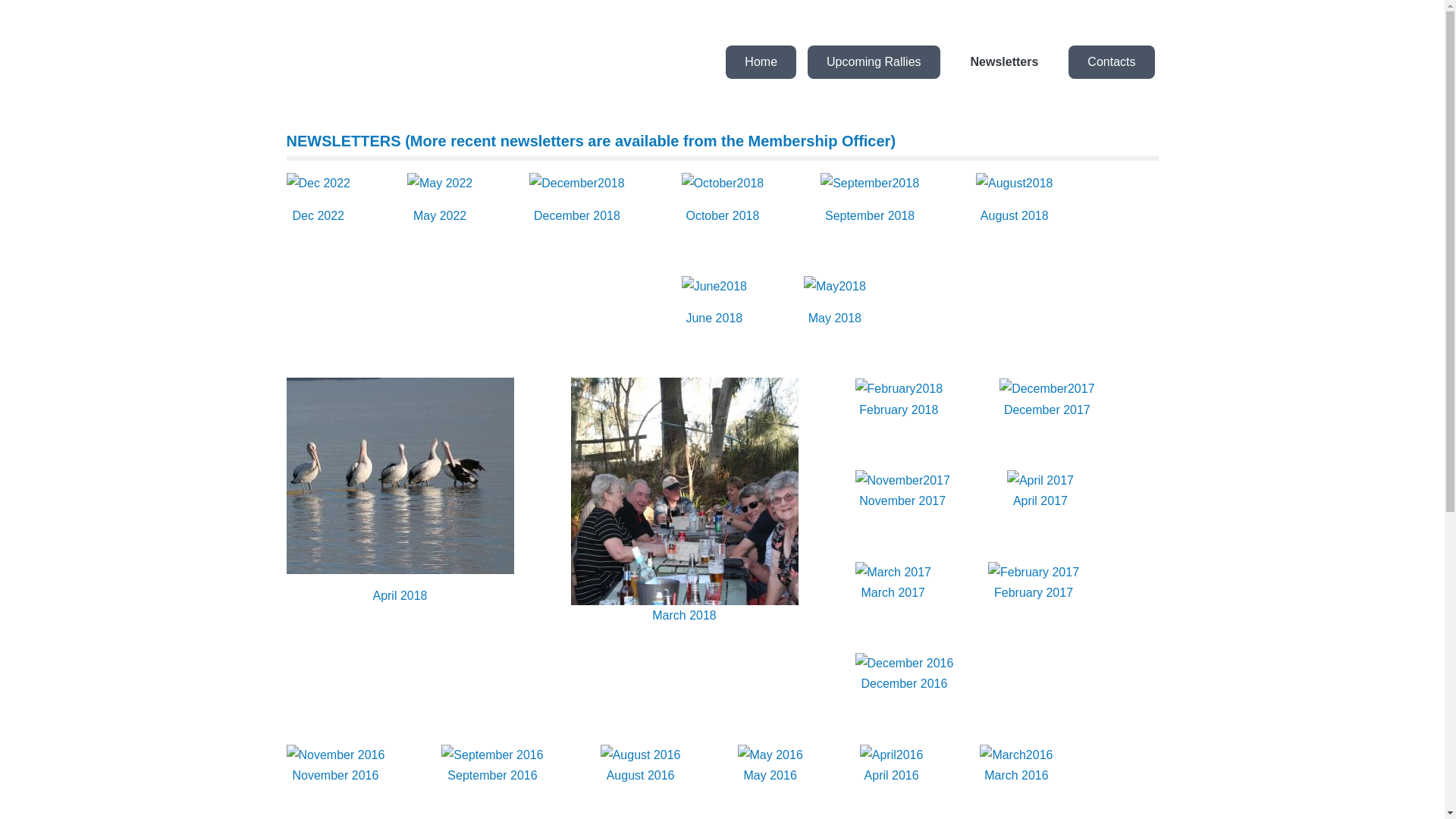  Describe the element at coordinates (683, 615) in the screenshot. I see `'March 2018'` at that location.